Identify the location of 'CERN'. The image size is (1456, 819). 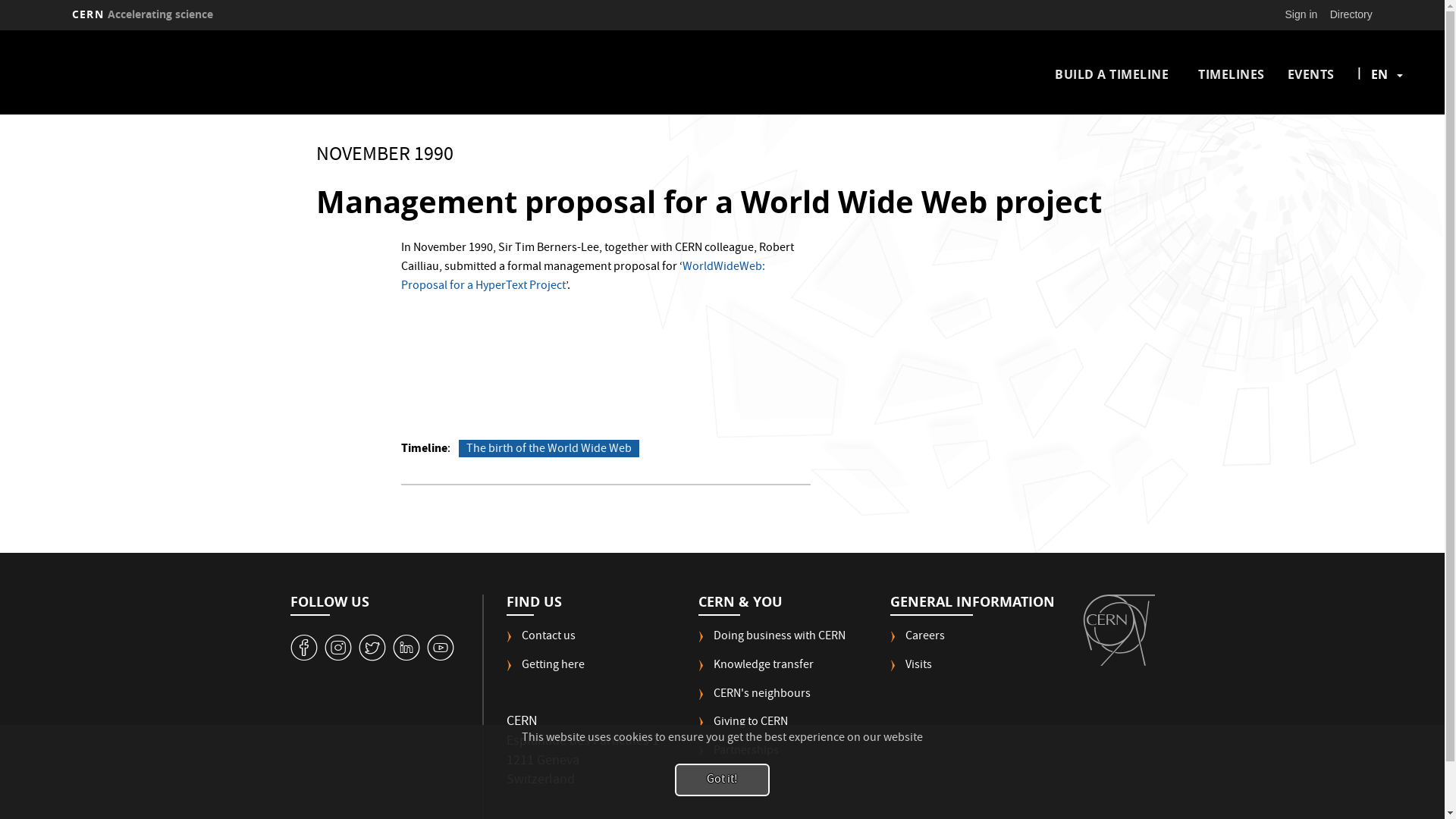
(1119, 629).